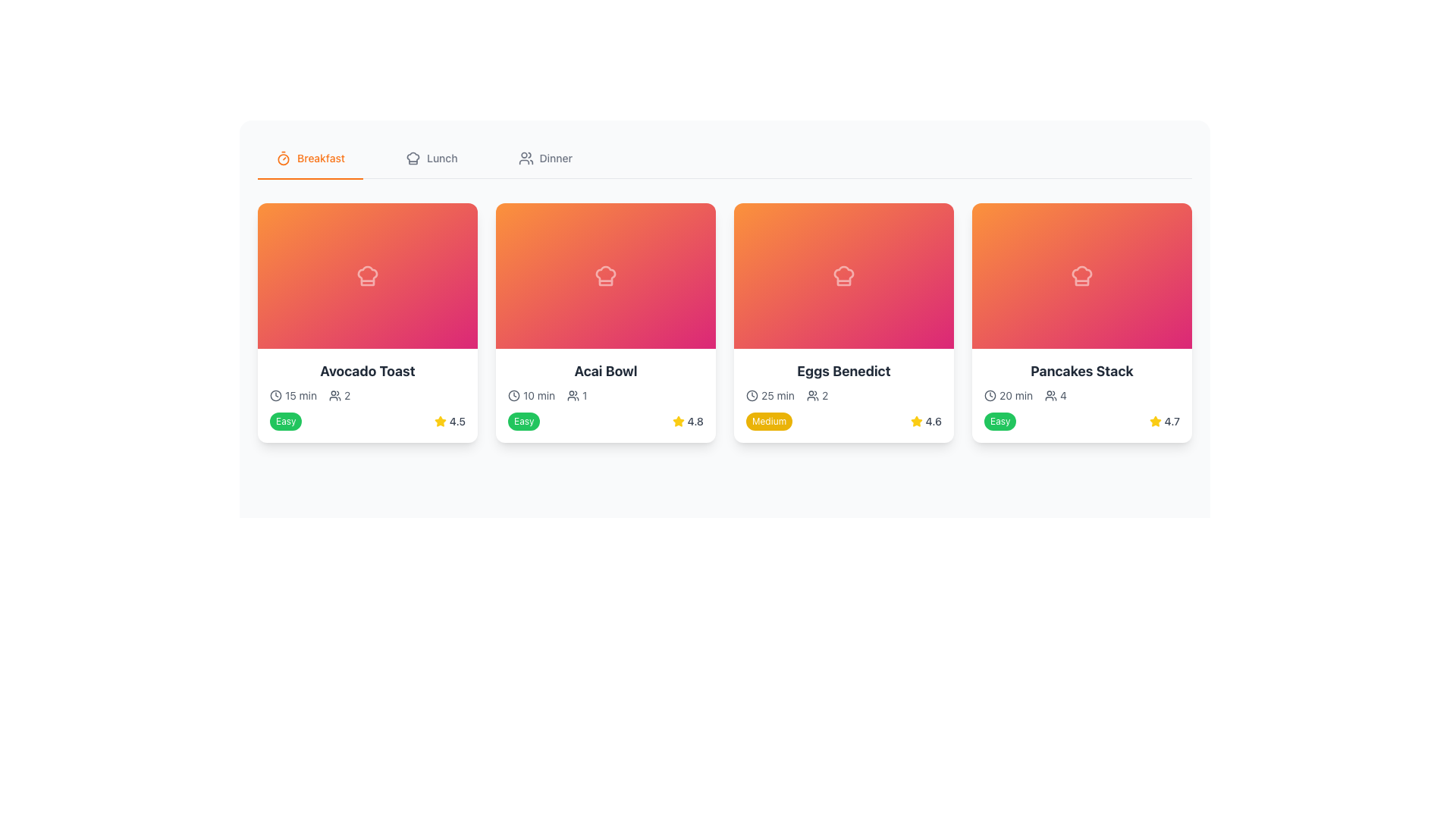 The image size is (1456, 819). What do you see at coordinates (524, 421) in the screenshot?
I see `the small, pill-shaped badge with a green background and white text that reads 'Easy', located in the lower-left corner of the second card from the left` at bounding box center [524, 421].